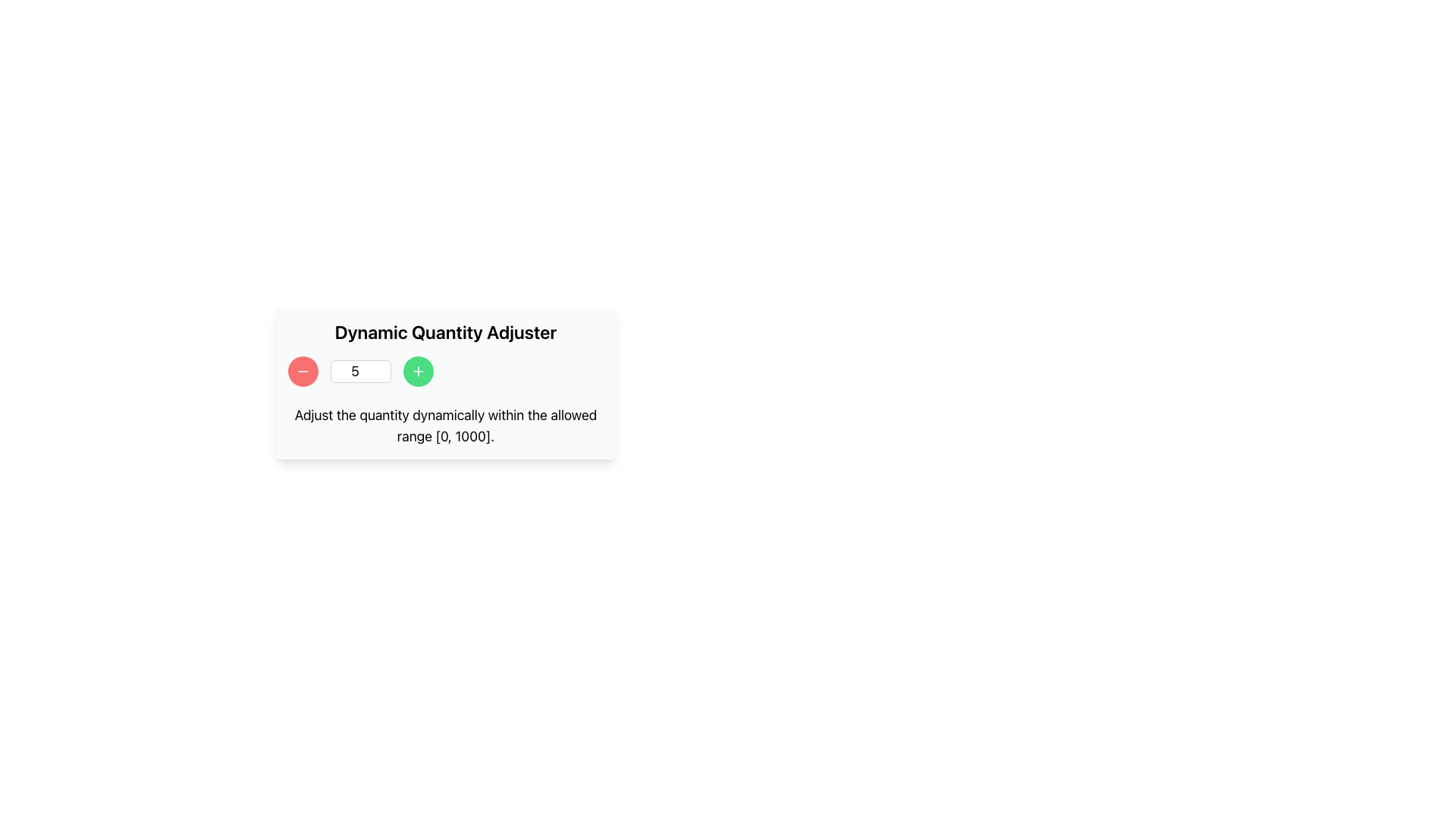 The height and width of the screenshot is (819, 1456). I want to click on the leftmost button in the 'Dynamic Quantity Adjuster' to decrement the displayed value by one unit, so click(303, 371).